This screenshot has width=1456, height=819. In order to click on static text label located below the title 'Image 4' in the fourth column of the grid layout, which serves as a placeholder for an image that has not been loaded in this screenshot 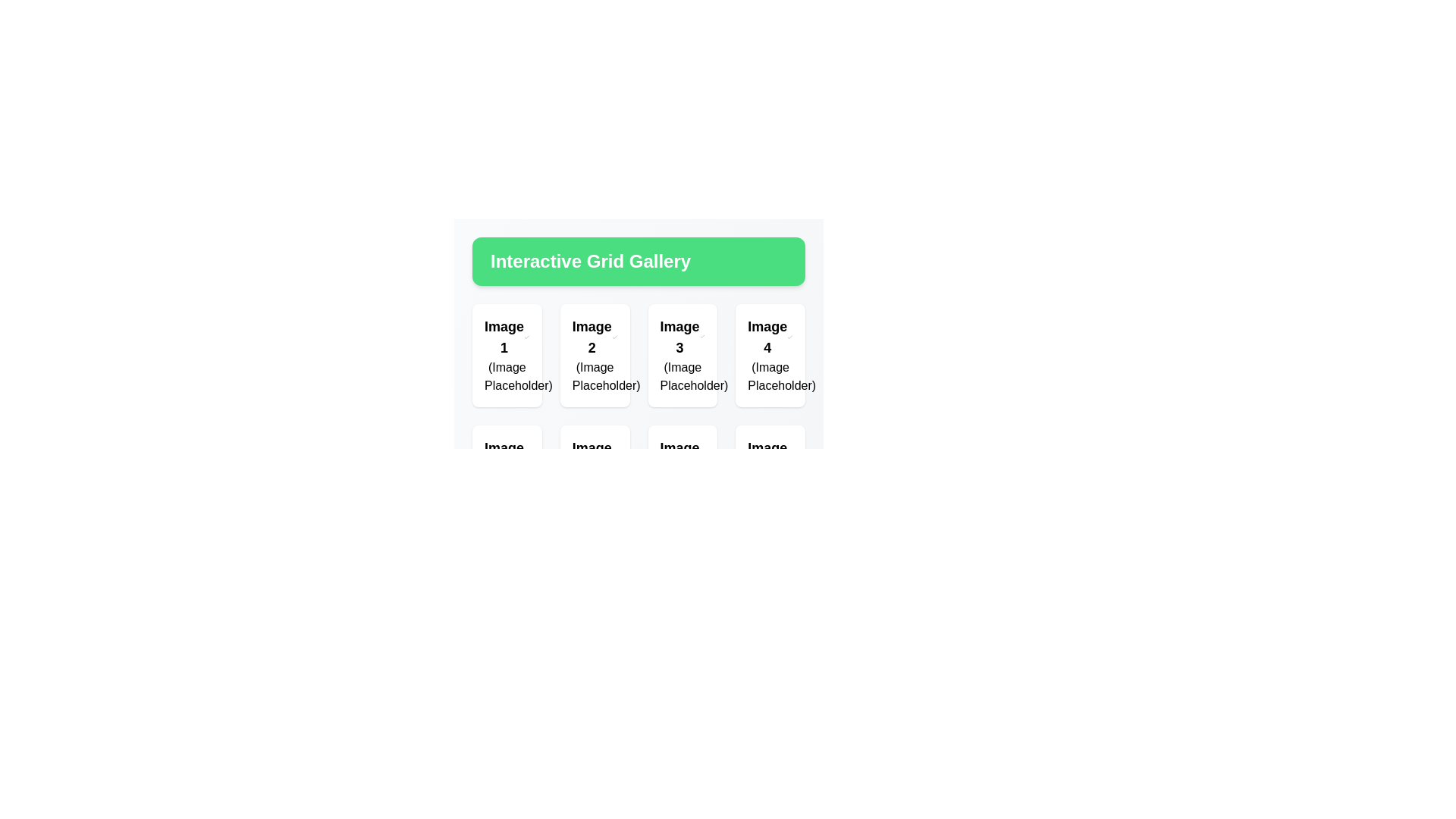, I will do `click(770, 376)`.